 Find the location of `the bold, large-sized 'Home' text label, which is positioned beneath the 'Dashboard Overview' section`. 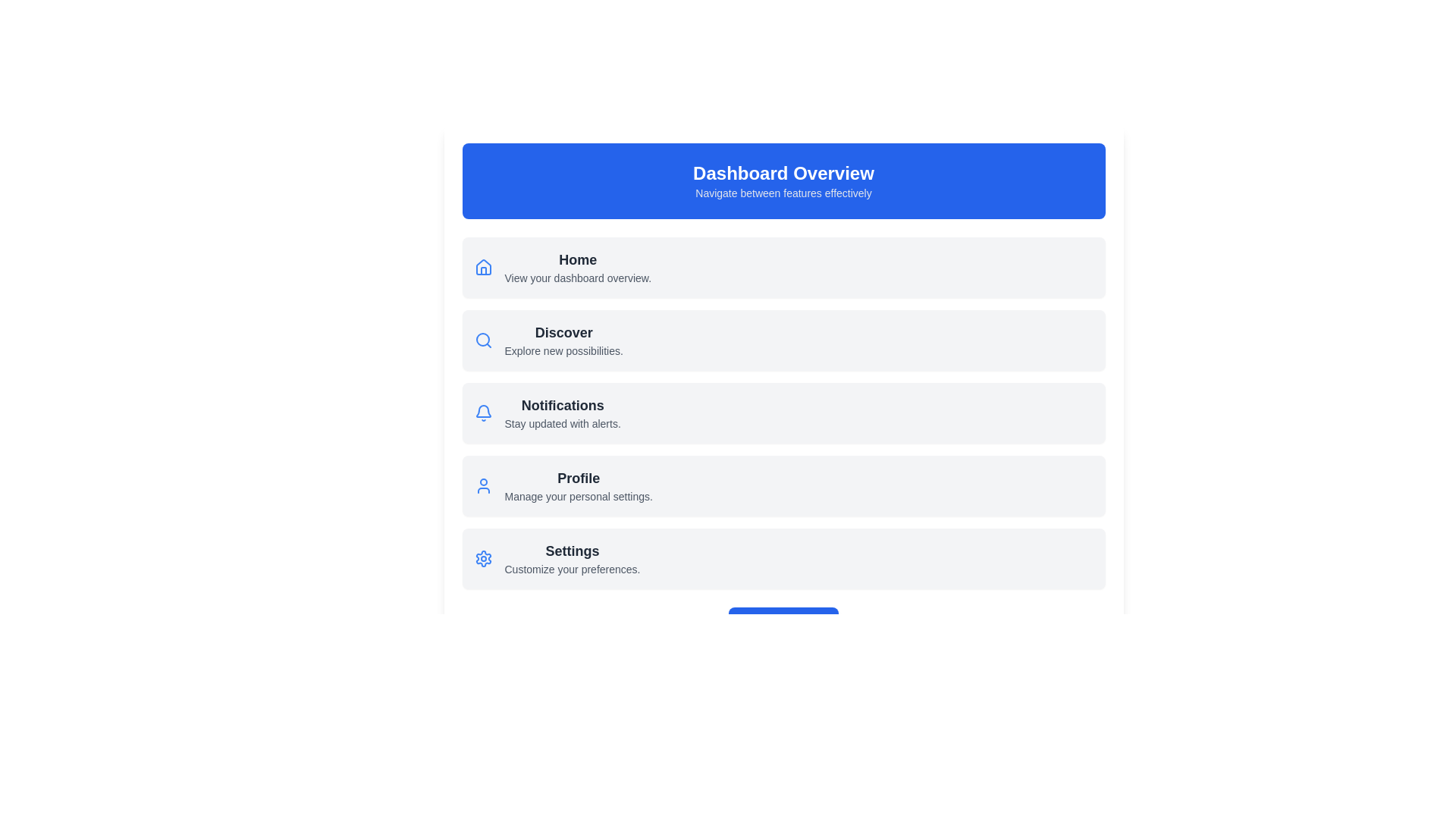

the bold, large-sized 'Home' text label, which is positioned beneath the 'Dashboard Overview' section is located at coordinates (577, 259).